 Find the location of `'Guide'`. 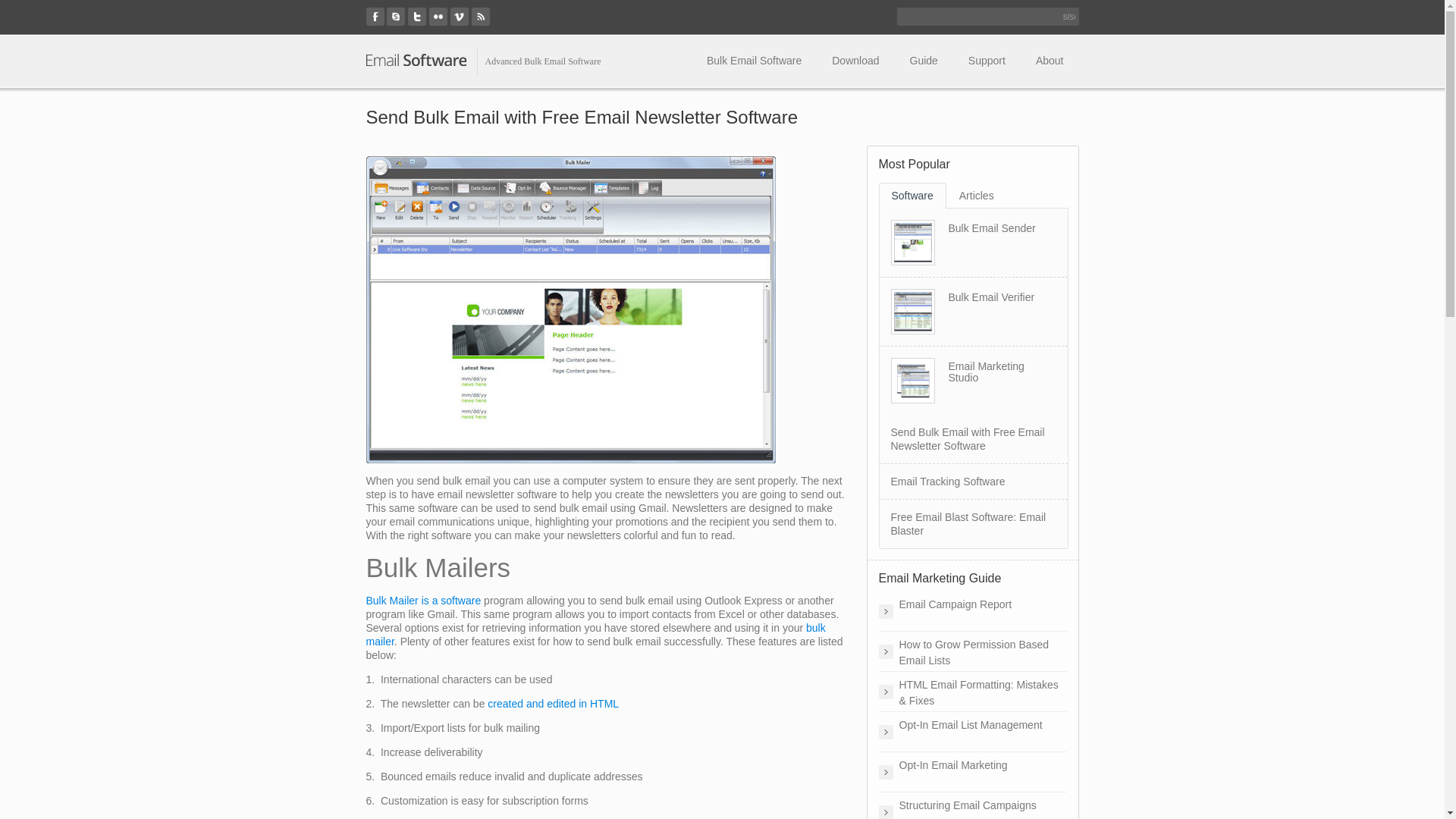

'Guide' is located at coordinates (923, 60).